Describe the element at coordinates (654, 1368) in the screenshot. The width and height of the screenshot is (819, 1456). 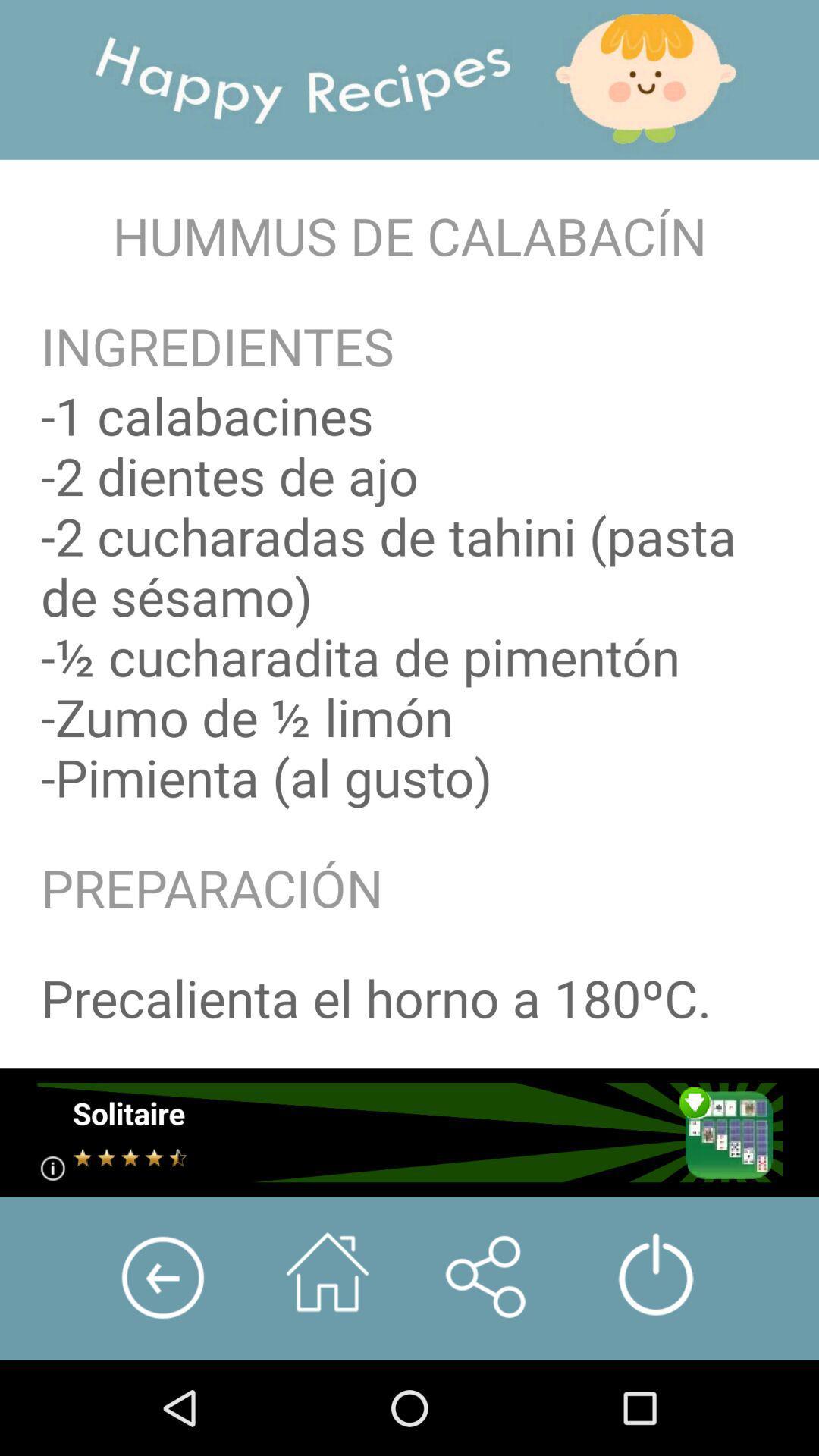
I see `the power icon` at that location.